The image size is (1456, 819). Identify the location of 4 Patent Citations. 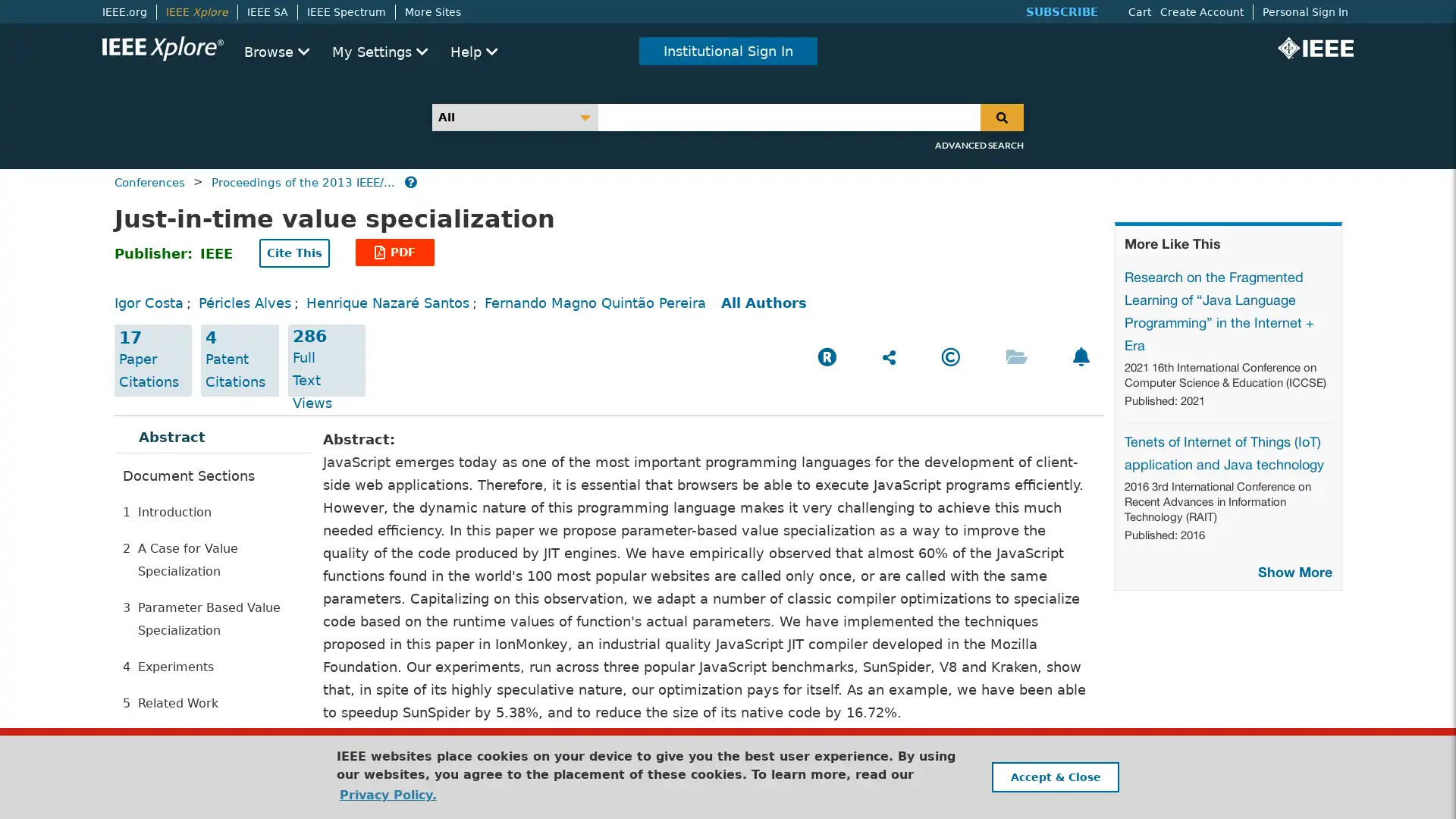
(239, 360).